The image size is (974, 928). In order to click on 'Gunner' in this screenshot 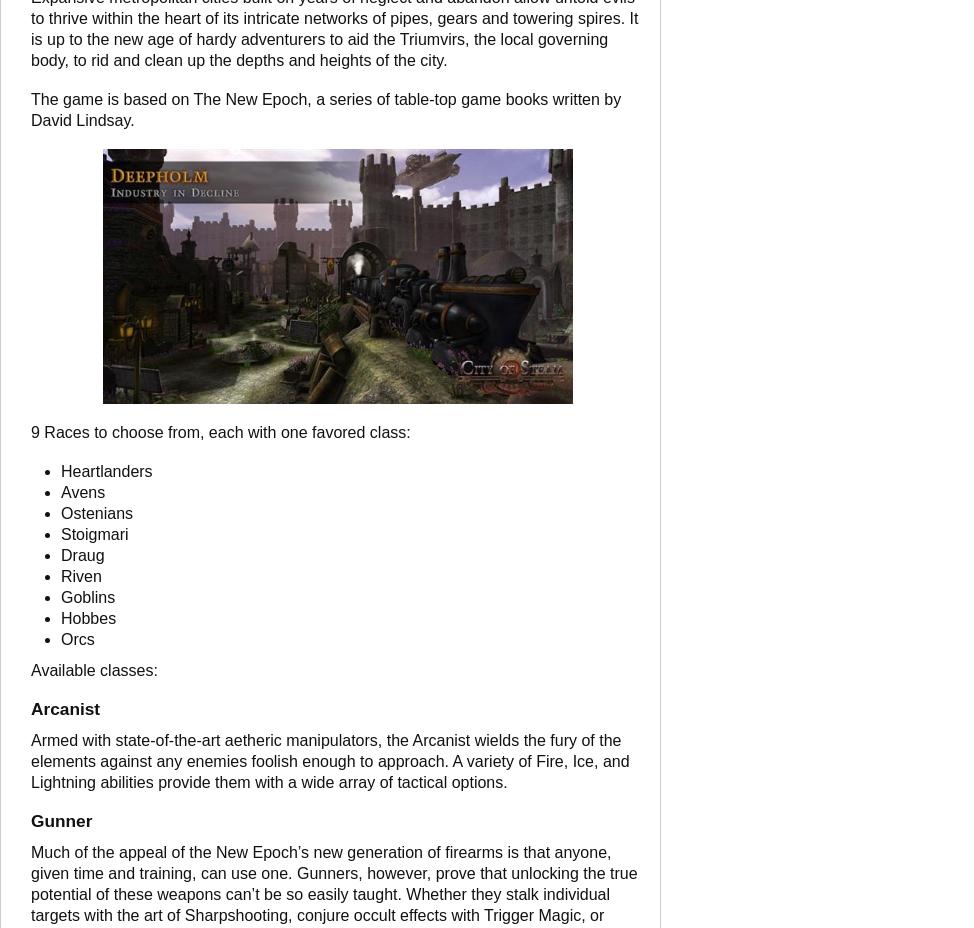, I will do `click(61, 821)`.